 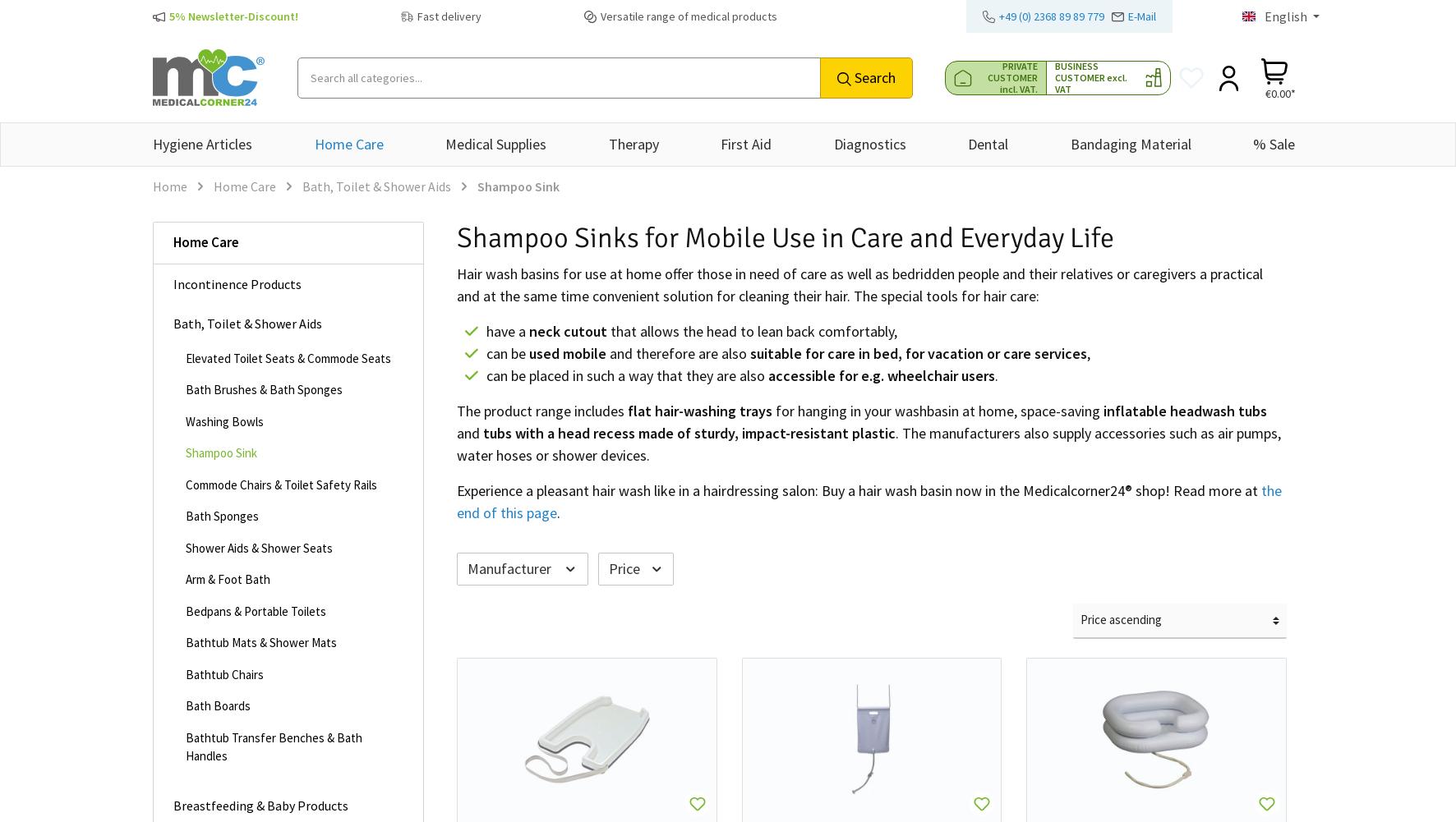 What do you see at coordinates (184, 673) in the screenshot?
I see `'Bathtub Chairs'` at bounding box center [184, 673].